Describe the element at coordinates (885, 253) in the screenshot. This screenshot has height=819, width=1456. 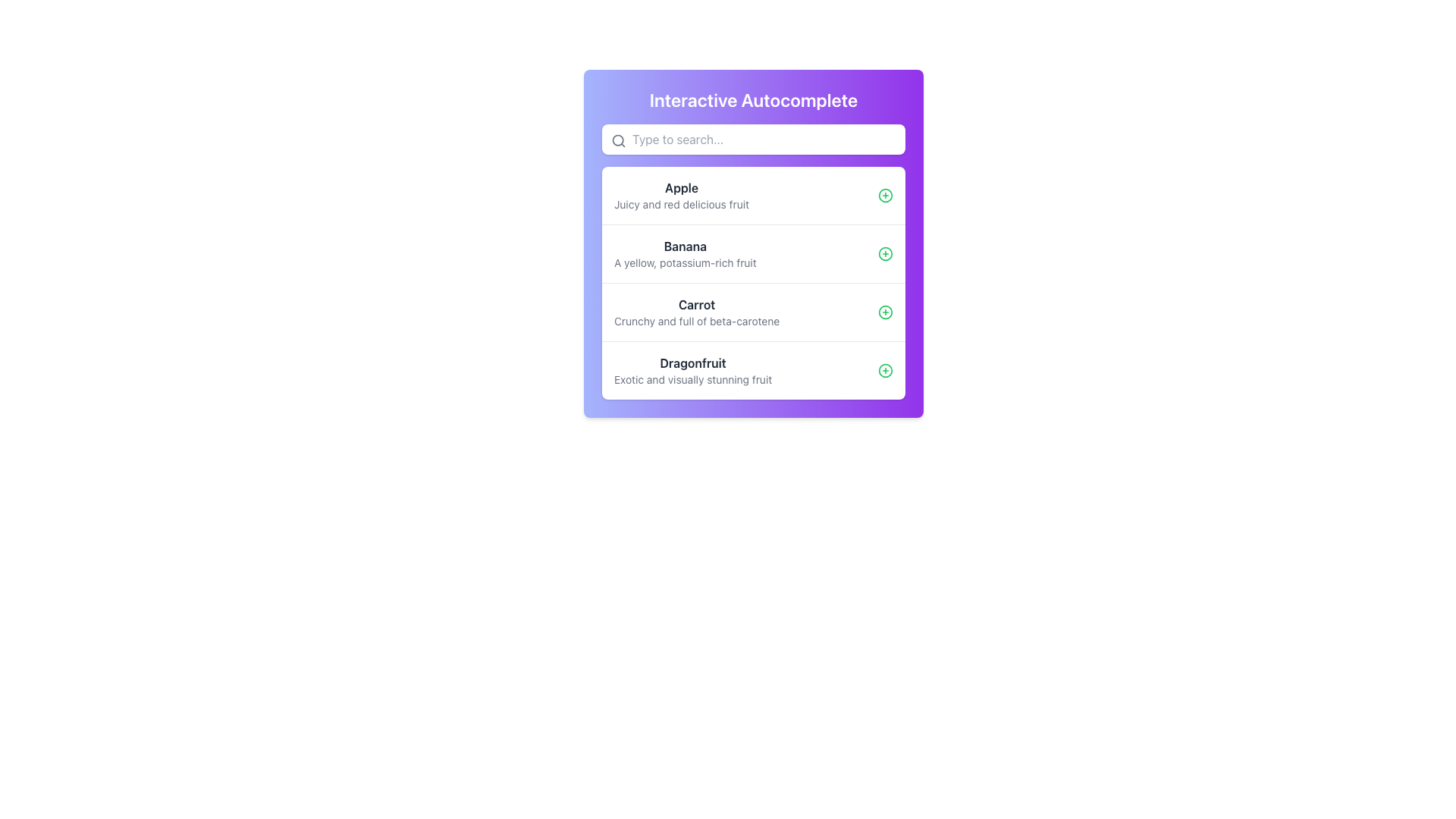
I see `the circular green-bordered button with a '+' symbol adjacent to the 'Banana' text` at that location.